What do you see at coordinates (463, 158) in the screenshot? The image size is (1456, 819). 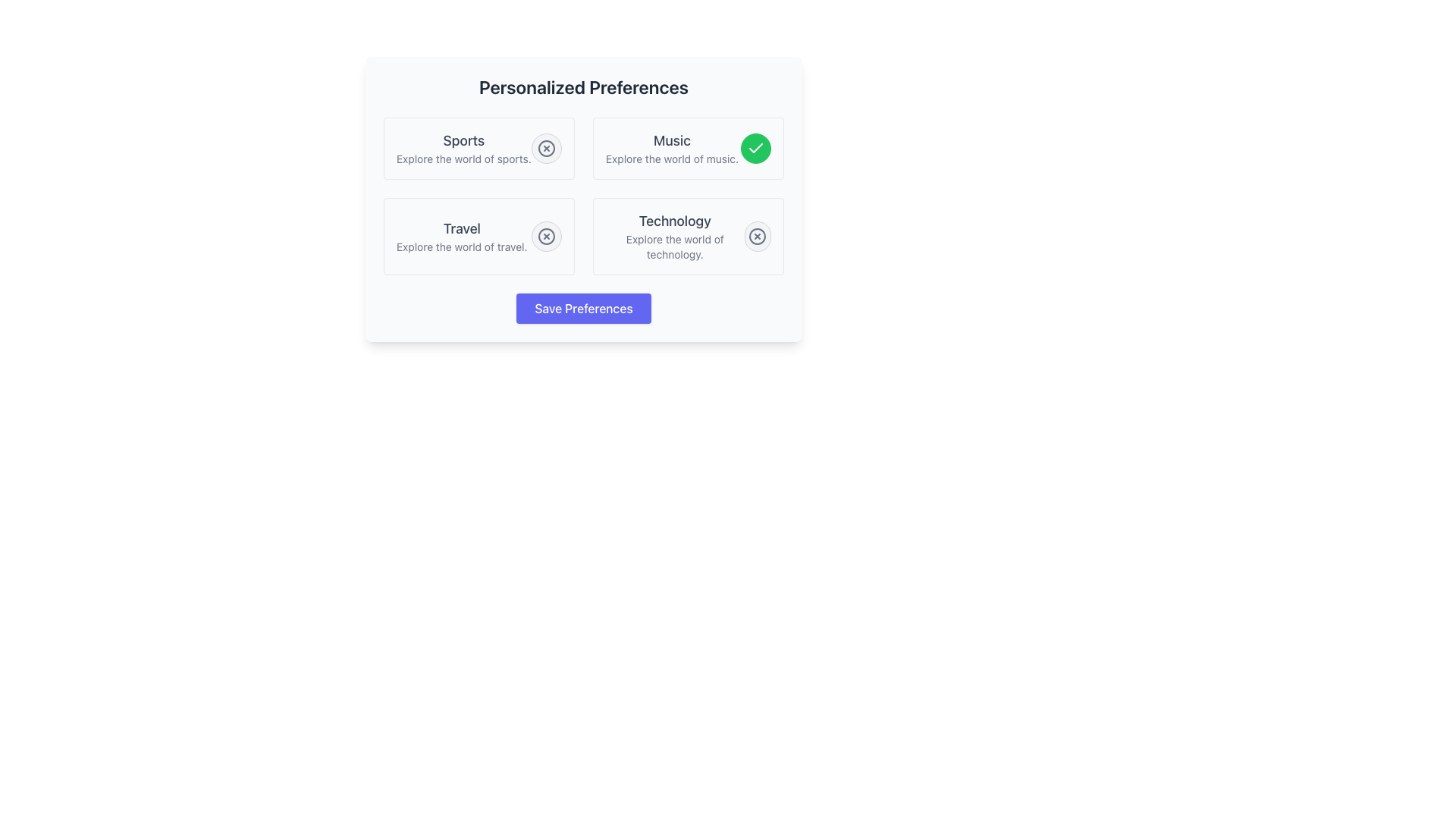 I see `the descriptive text label providing context for the 'Sports' preference option, located directly below the 'Sports' title in the upper-left quadrant of the user interface` at bounding box center [463, 158].